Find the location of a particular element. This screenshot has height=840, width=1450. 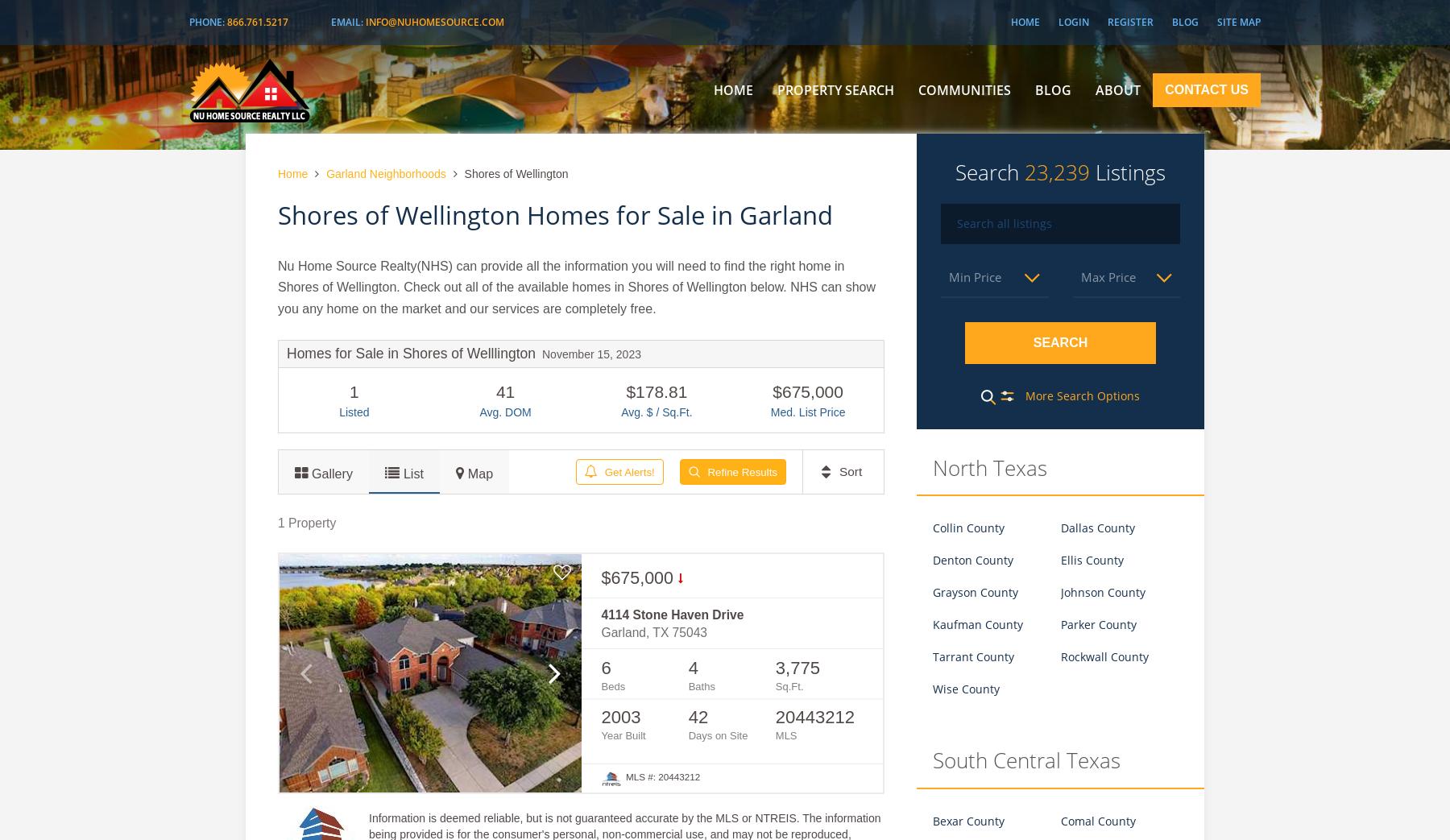

'Featured Listings' is located at coordinates (826, 152).